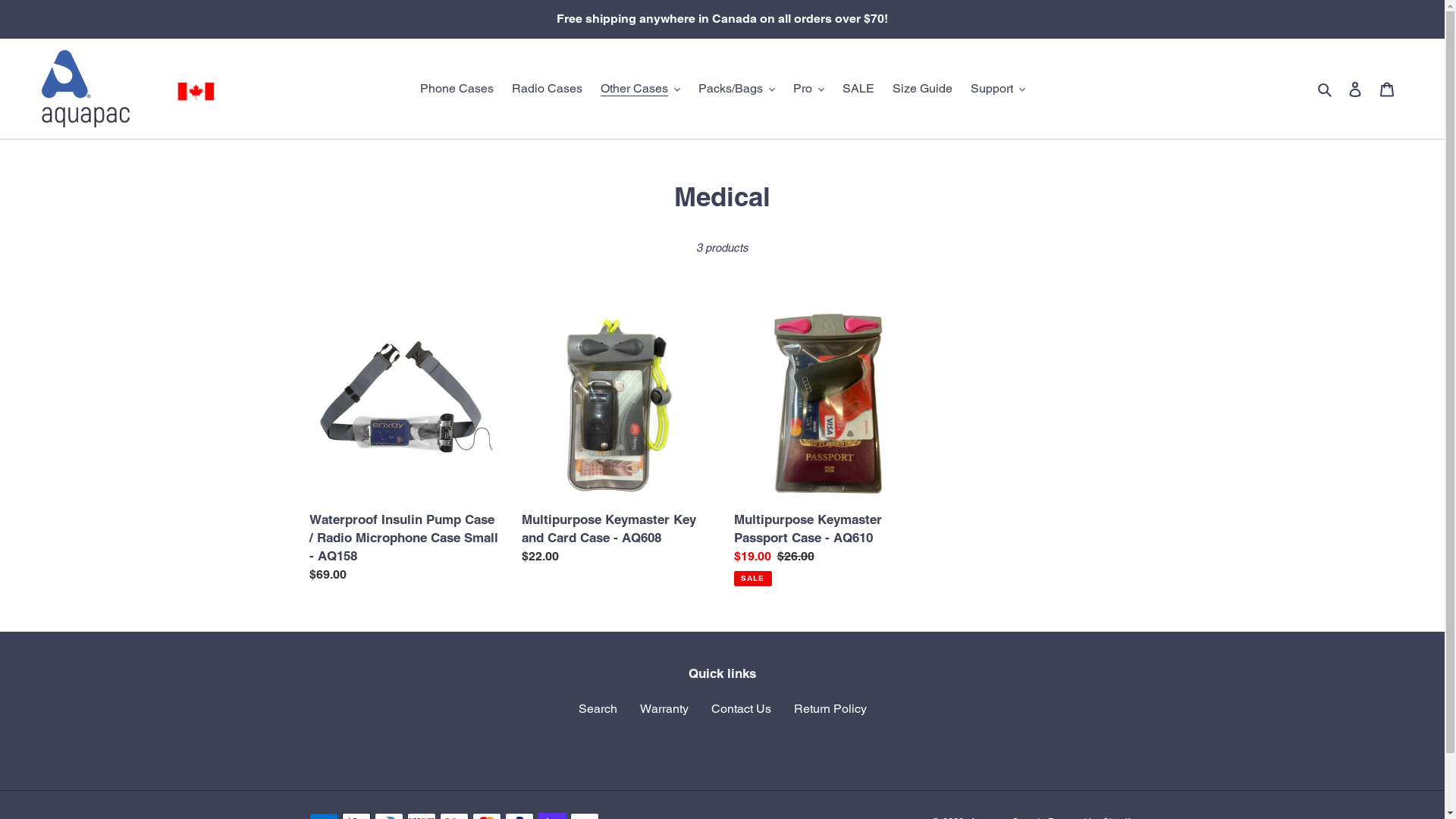  Describe the element at coordinates (640, 88) in the screenshot. I see `'Other Cases'` at that location.